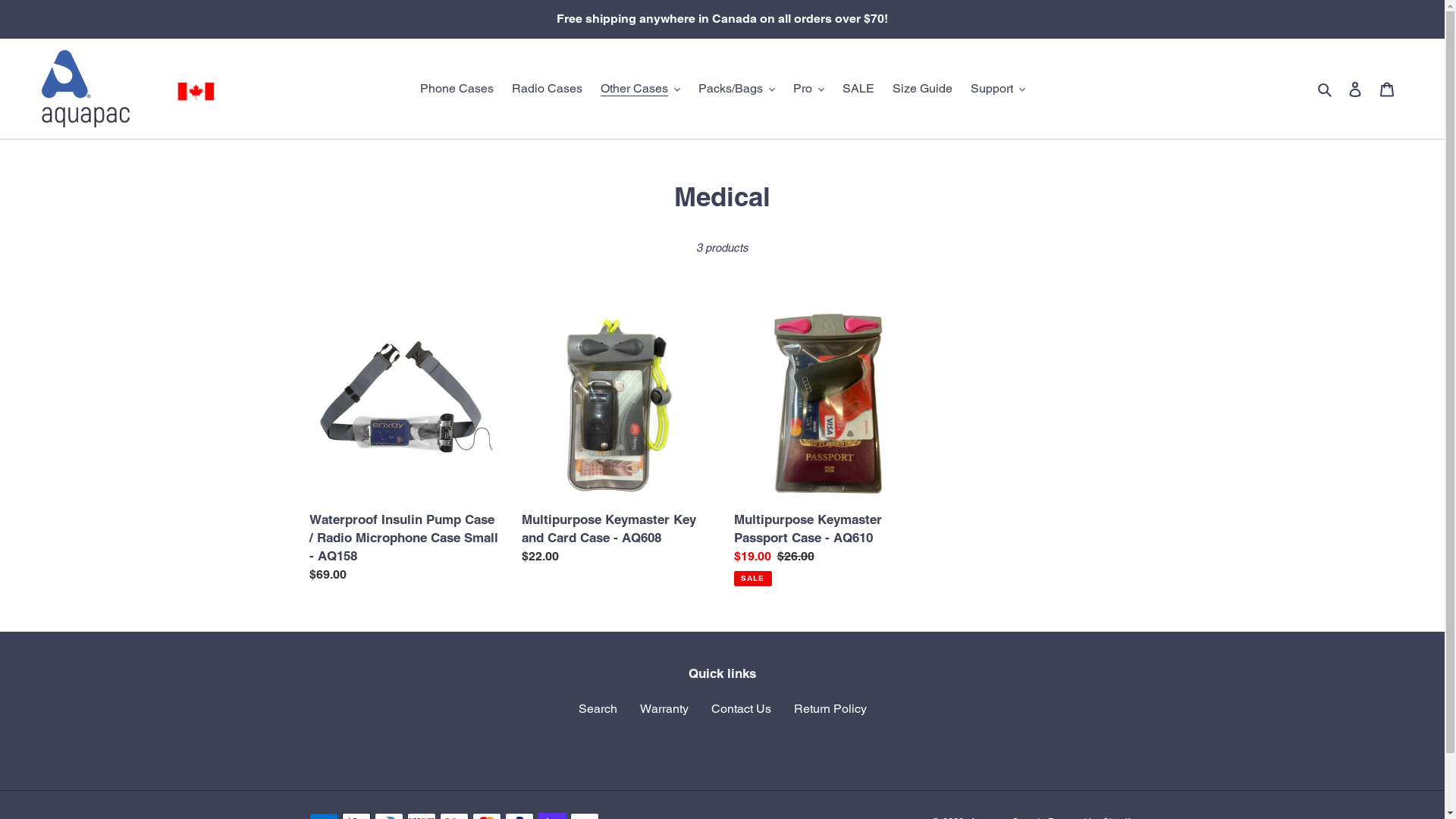  Describe the element at coordinates (640, 88) in the screenshot. I see `'Other Cases'` at that location.